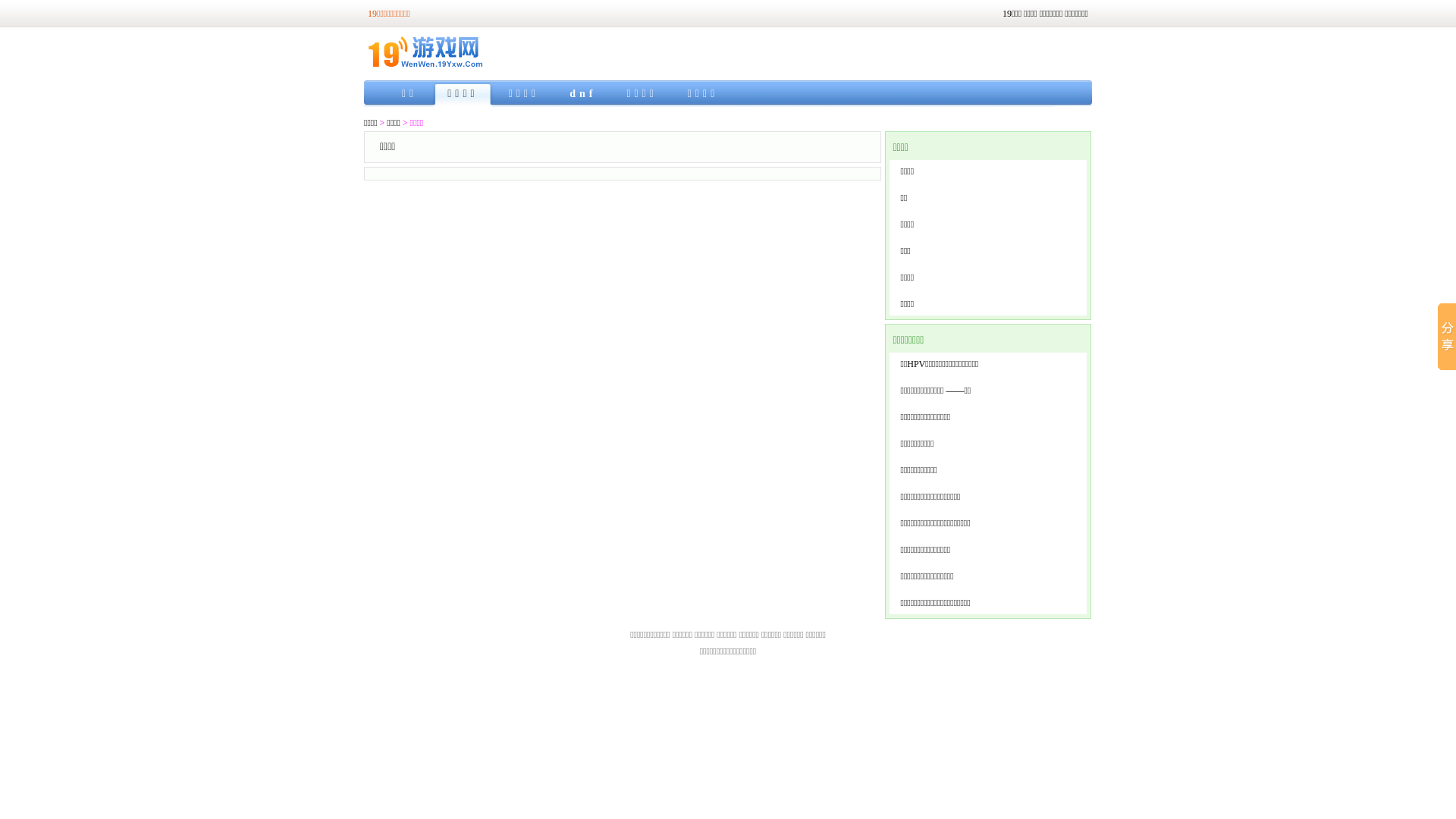 The image size is (1456, 819). Describe the element at coordinates (582, 93) in the screenshot. I see `'dnf'` at that location.